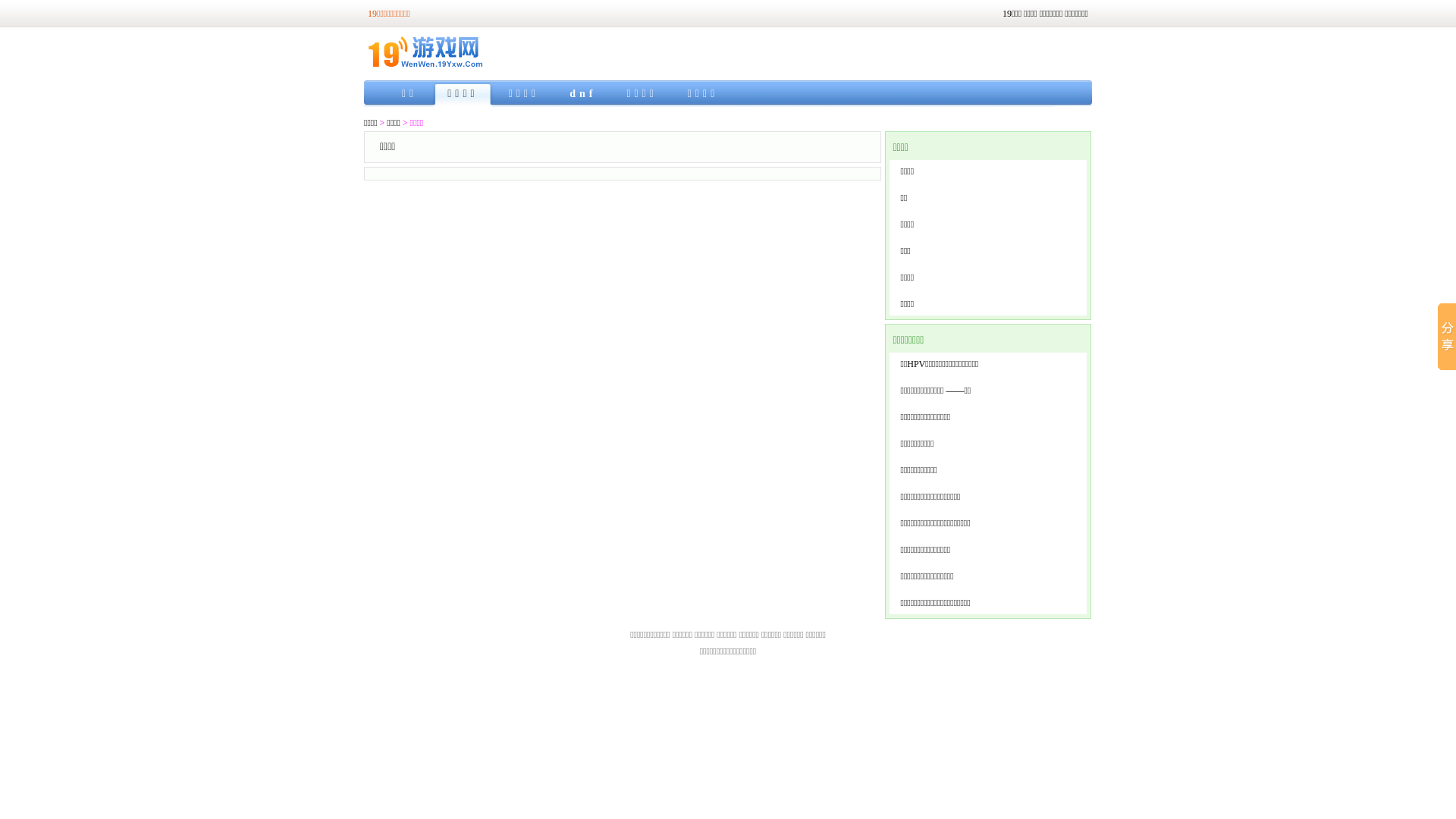 The image size is (1456, 819). Describe the element at coordinates (582, 93) in the screenshot. I see `'dnf'` at that location.